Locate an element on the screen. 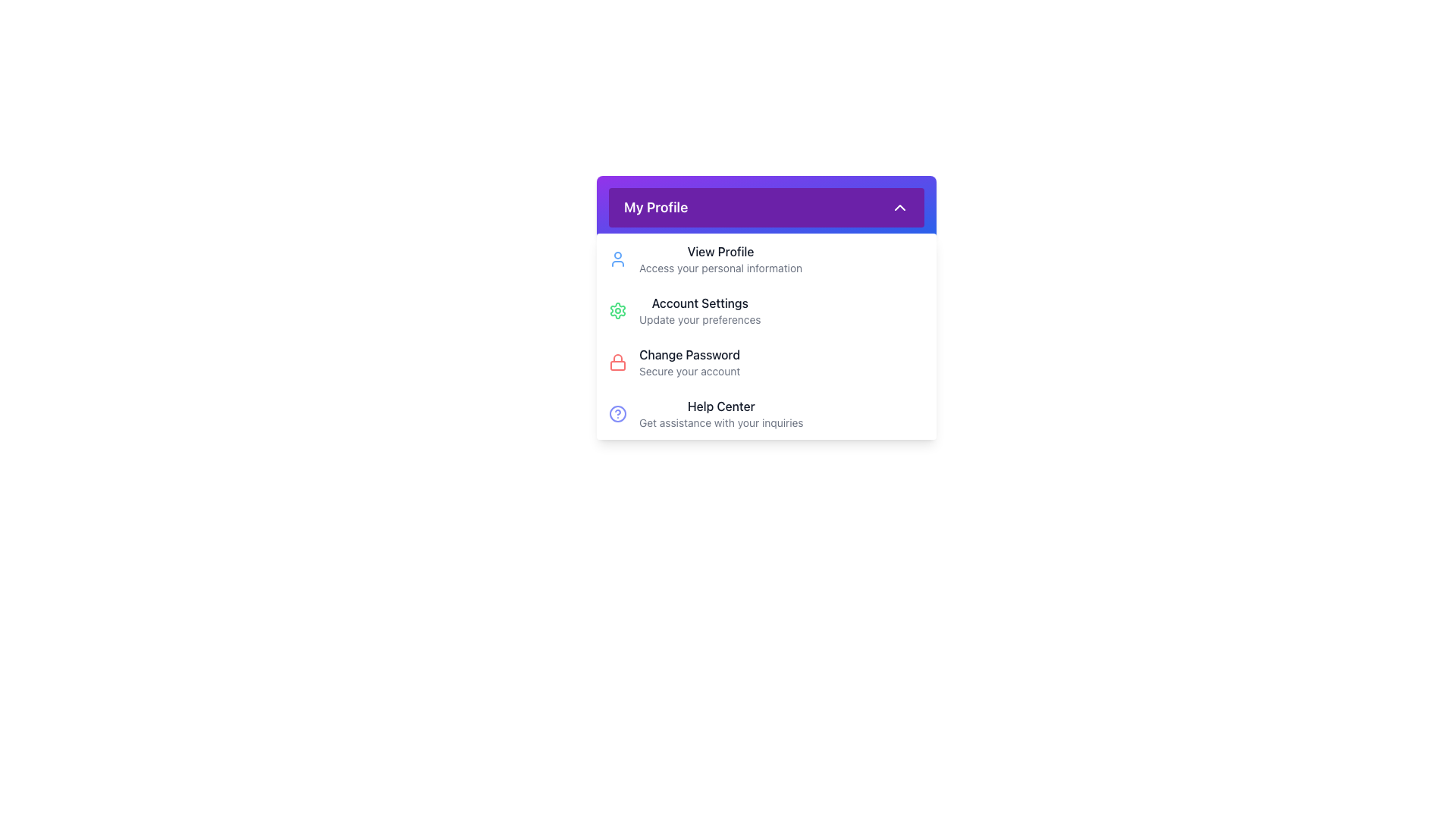 This screenshot has width=1456, height=819. the 'Change Password' menu item within the dropdown under 'My Profile' is located at coordinates (689, 362).